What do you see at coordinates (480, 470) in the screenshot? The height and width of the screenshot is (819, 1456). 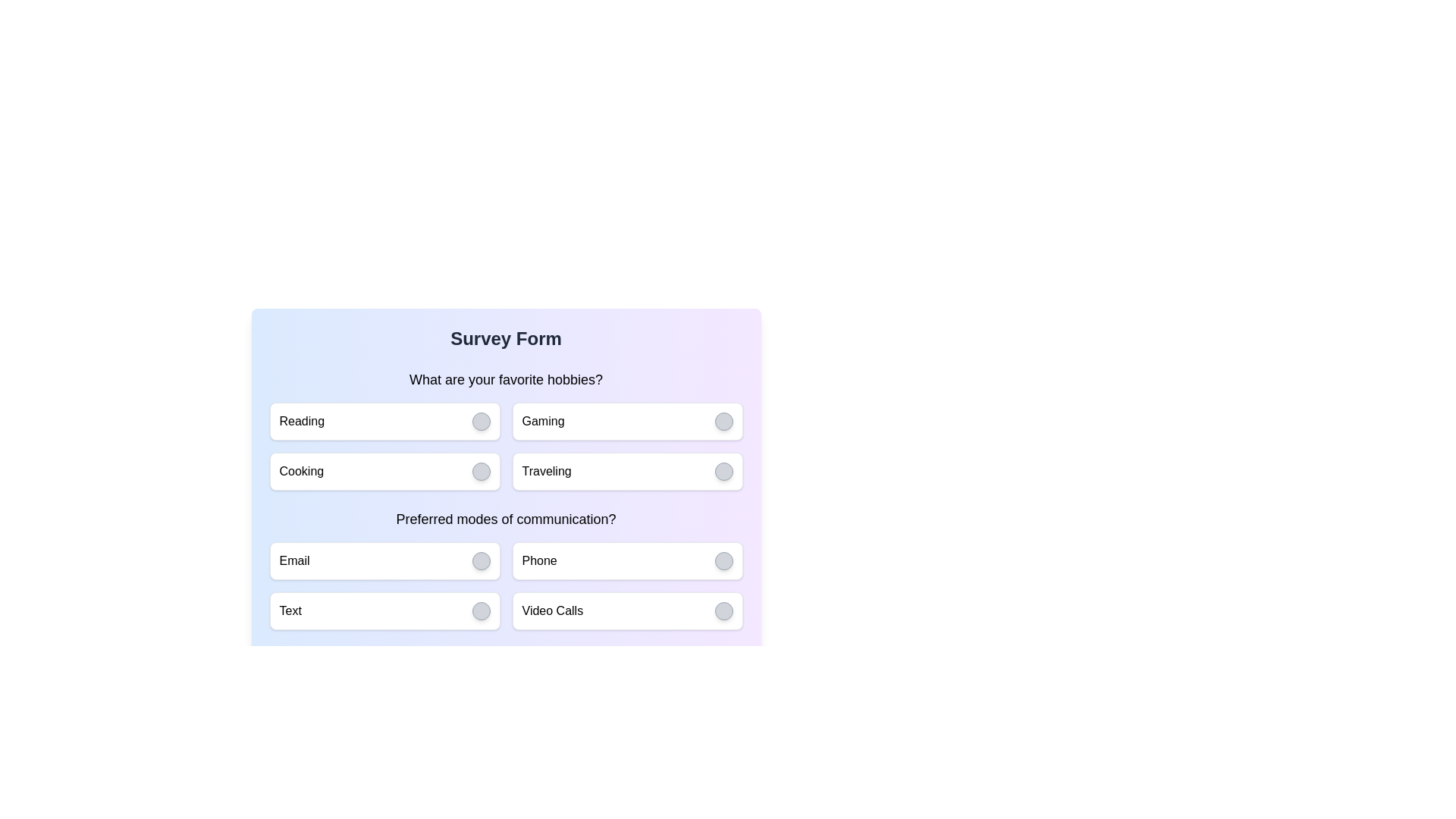 I see `the circular radio button with a light gray background located next to the text 'Cooking' in the 'What are your favorite hobbies?' section` at bounding box center [480, 470].